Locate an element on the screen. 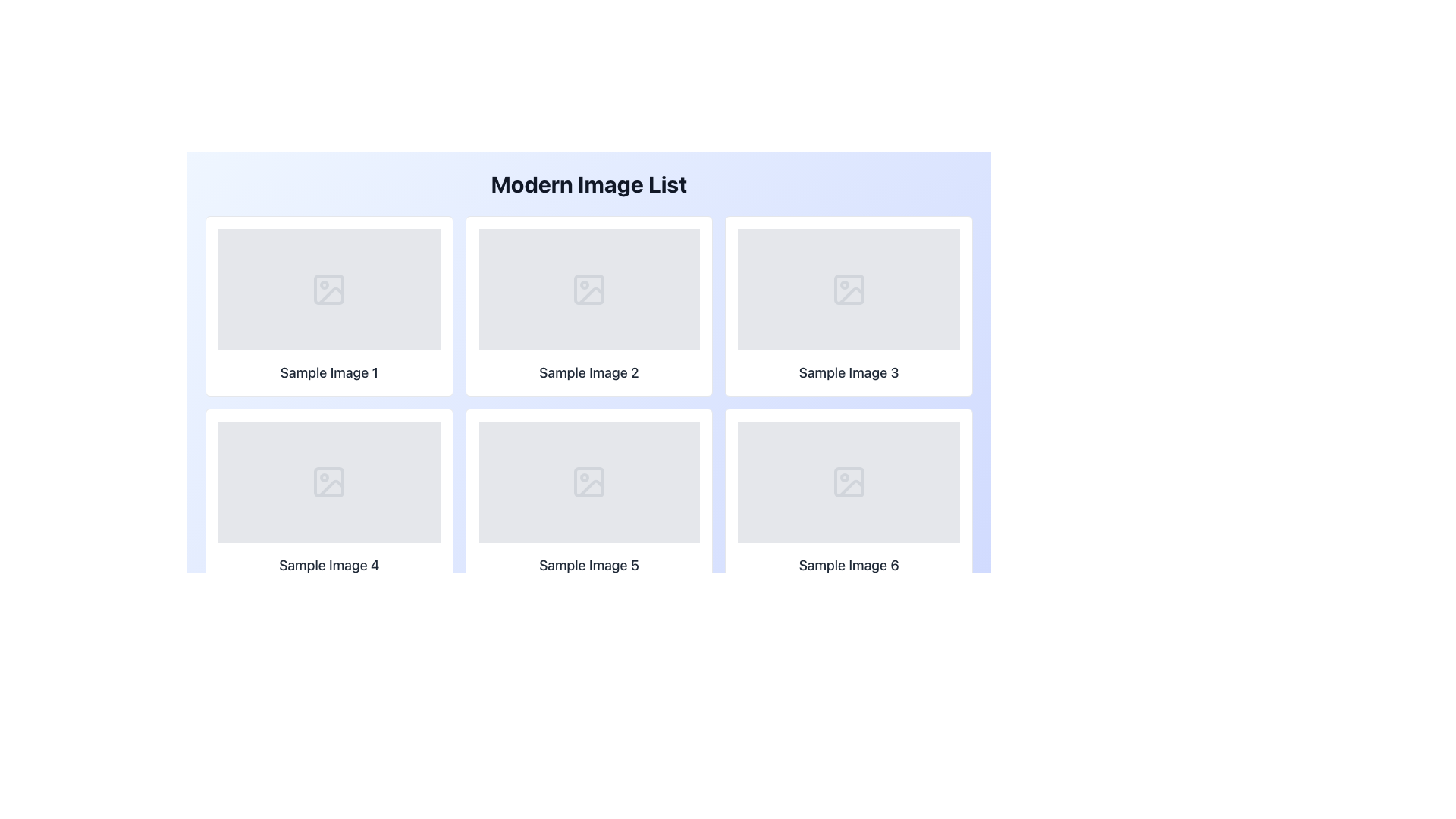 This screenshot has height=819, width=1456. the static text label displaying 'Sample Image 4', which is styled with a large font size and gray color, located at the bottom of the second row and first column of the grid layout is located at coordinates (328, 565).